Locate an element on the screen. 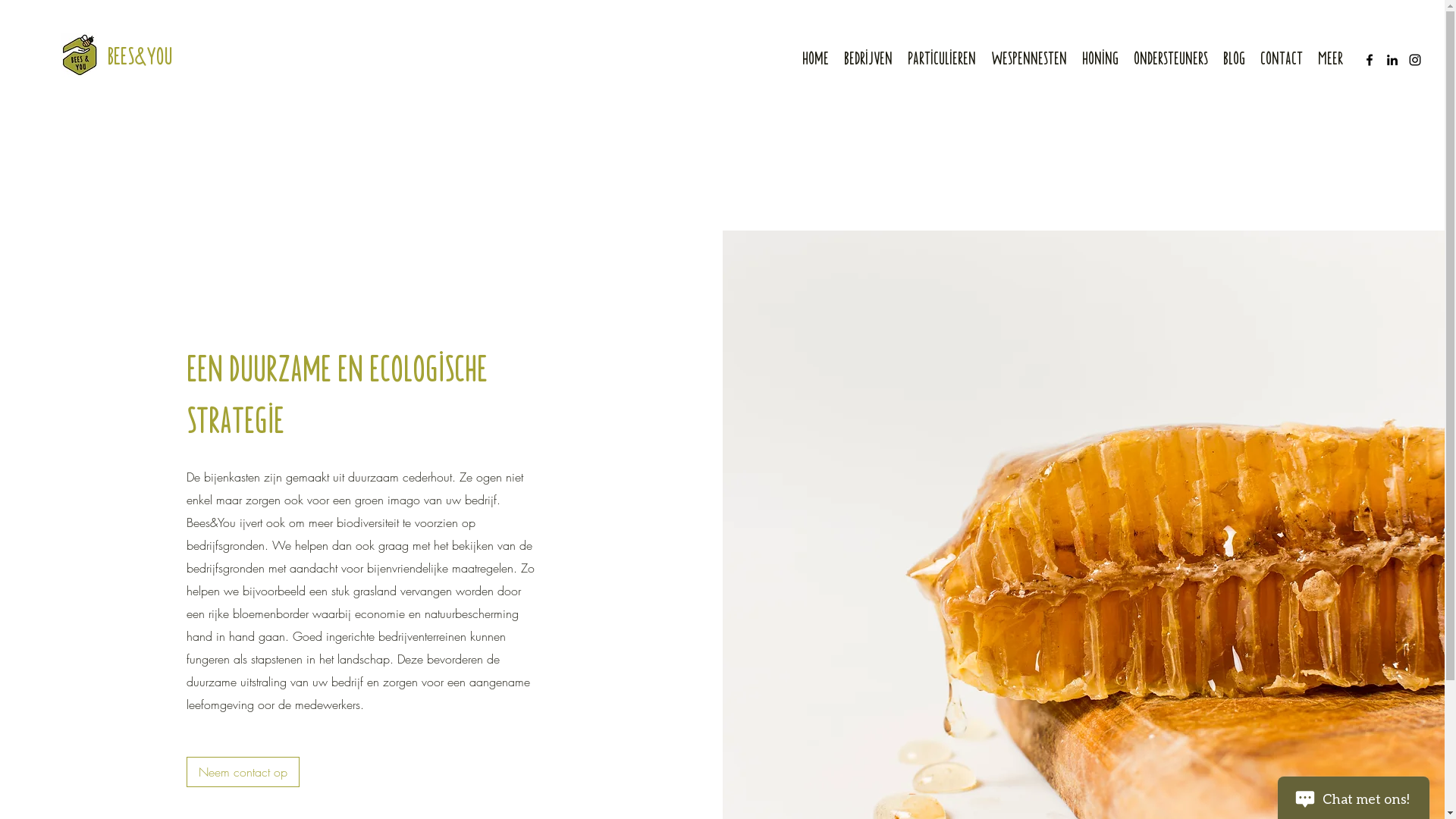 Image resolution: width=1456 pixels, height=819 pixels. 'Particulieren' is located at coordinates (941, 56).